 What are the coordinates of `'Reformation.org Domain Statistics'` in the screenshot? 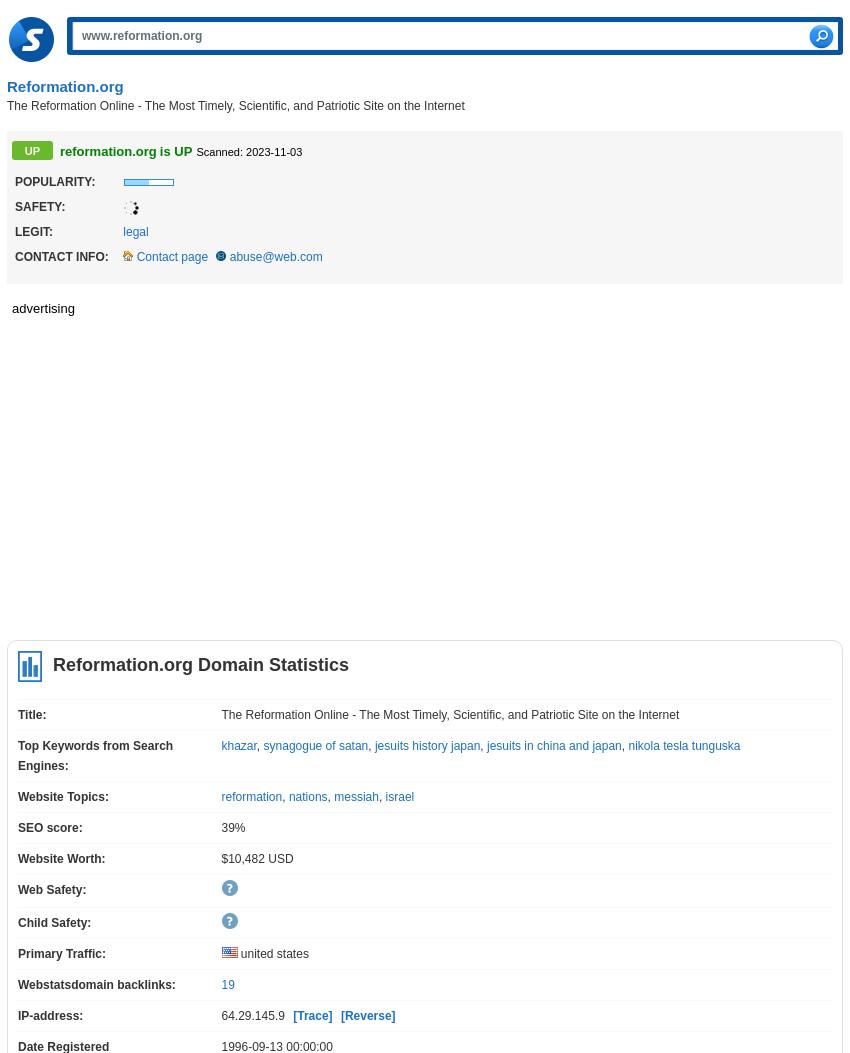 It's located at (200, 663).